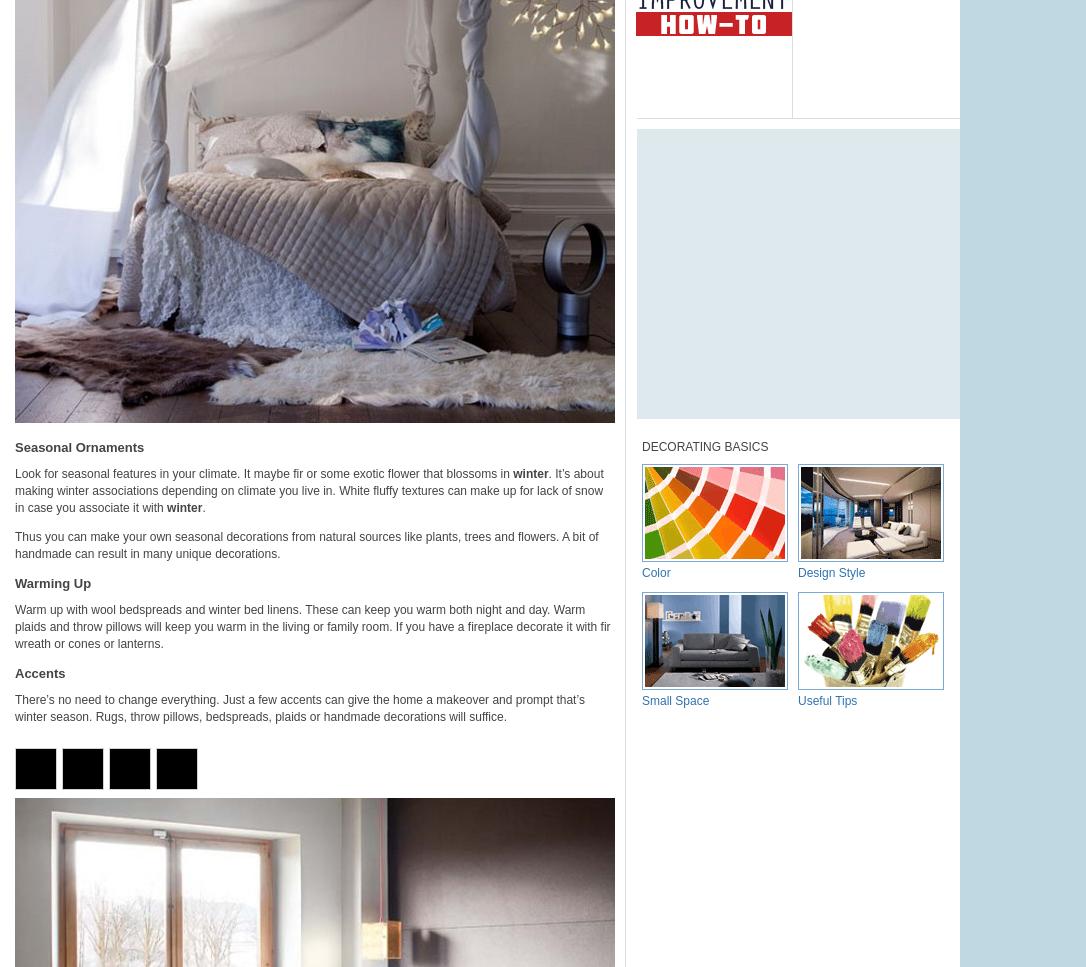 The height and width of the screenshot is (967, 1086). I want to click on '. It’s about making winter associations depending on climate you live in. White fluffy textures can make up for lack of snow in case you associate it with', so click(14, 490).